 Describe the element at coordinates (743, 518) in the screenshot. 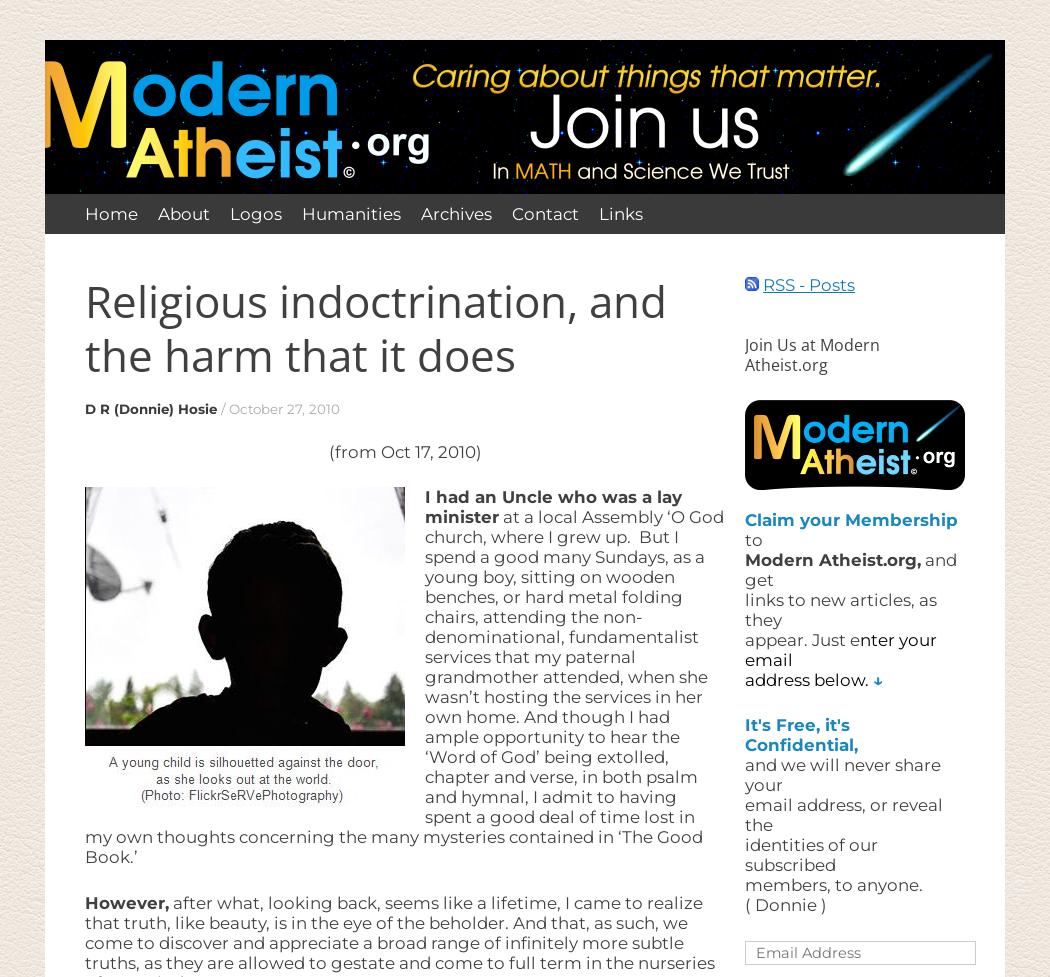

I see `'Claim your'` at that location.